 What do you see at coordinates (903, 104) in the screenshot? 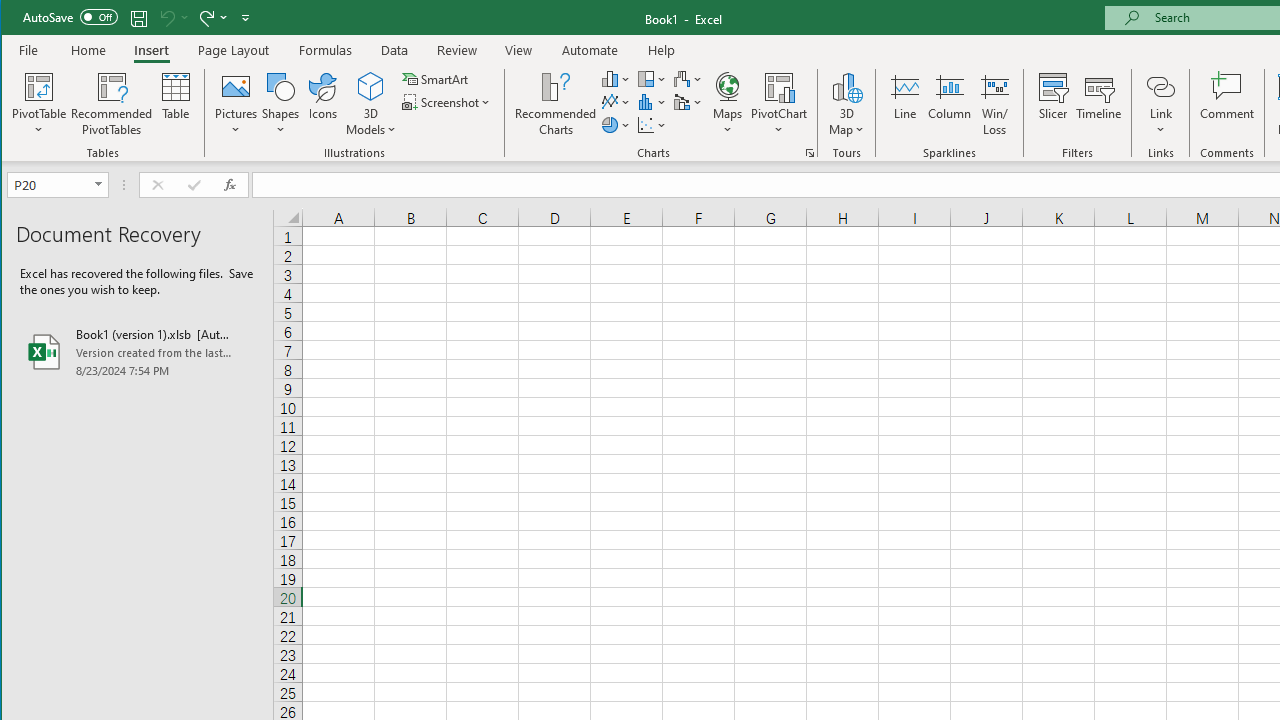
I see `'Line'` at bounding box center [903, 104].